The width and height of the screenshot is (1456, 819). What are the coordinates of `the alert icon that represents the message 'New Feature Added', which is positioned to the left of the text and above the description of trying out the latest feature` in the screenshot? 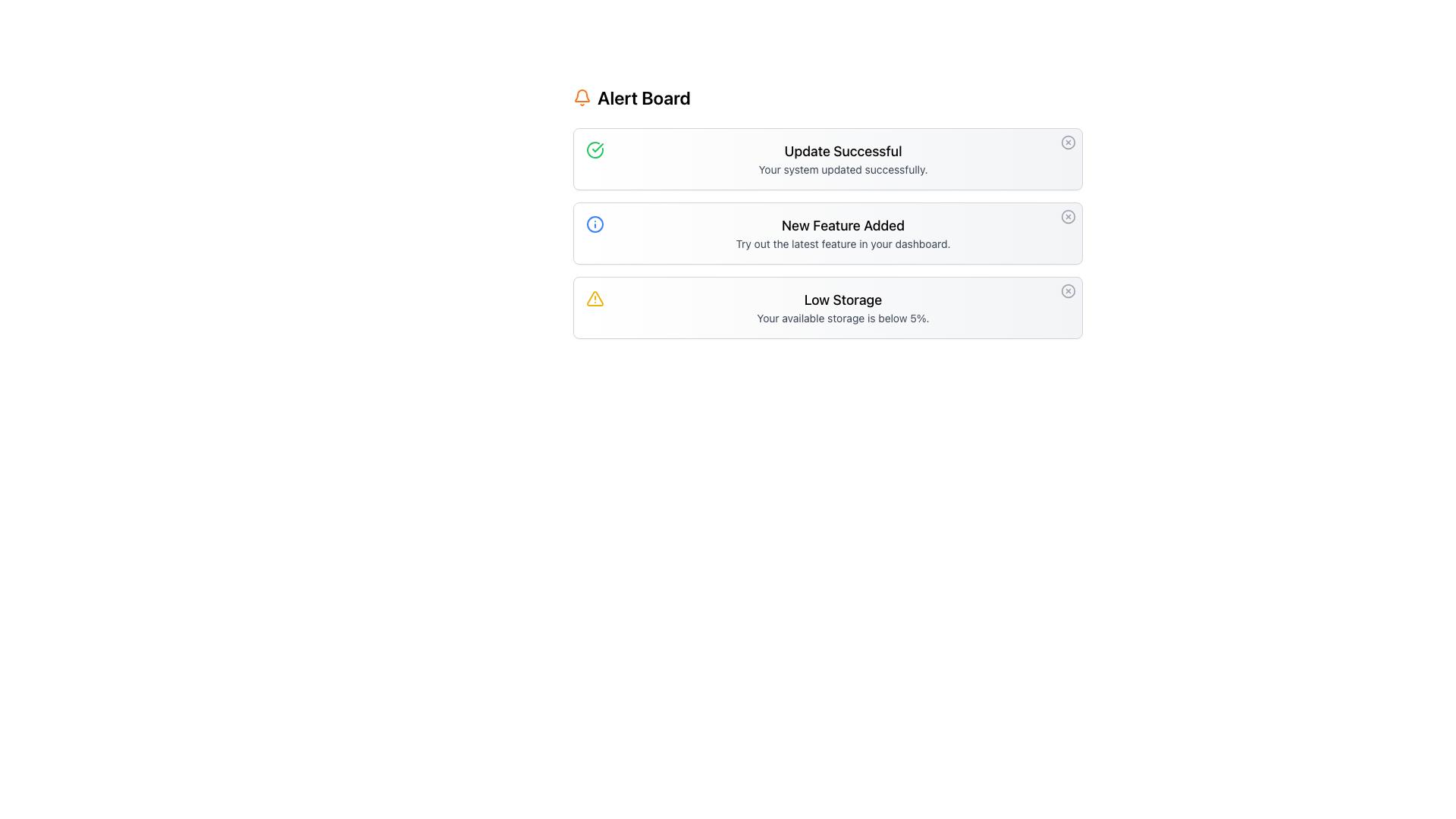 It's located at (595, 224).